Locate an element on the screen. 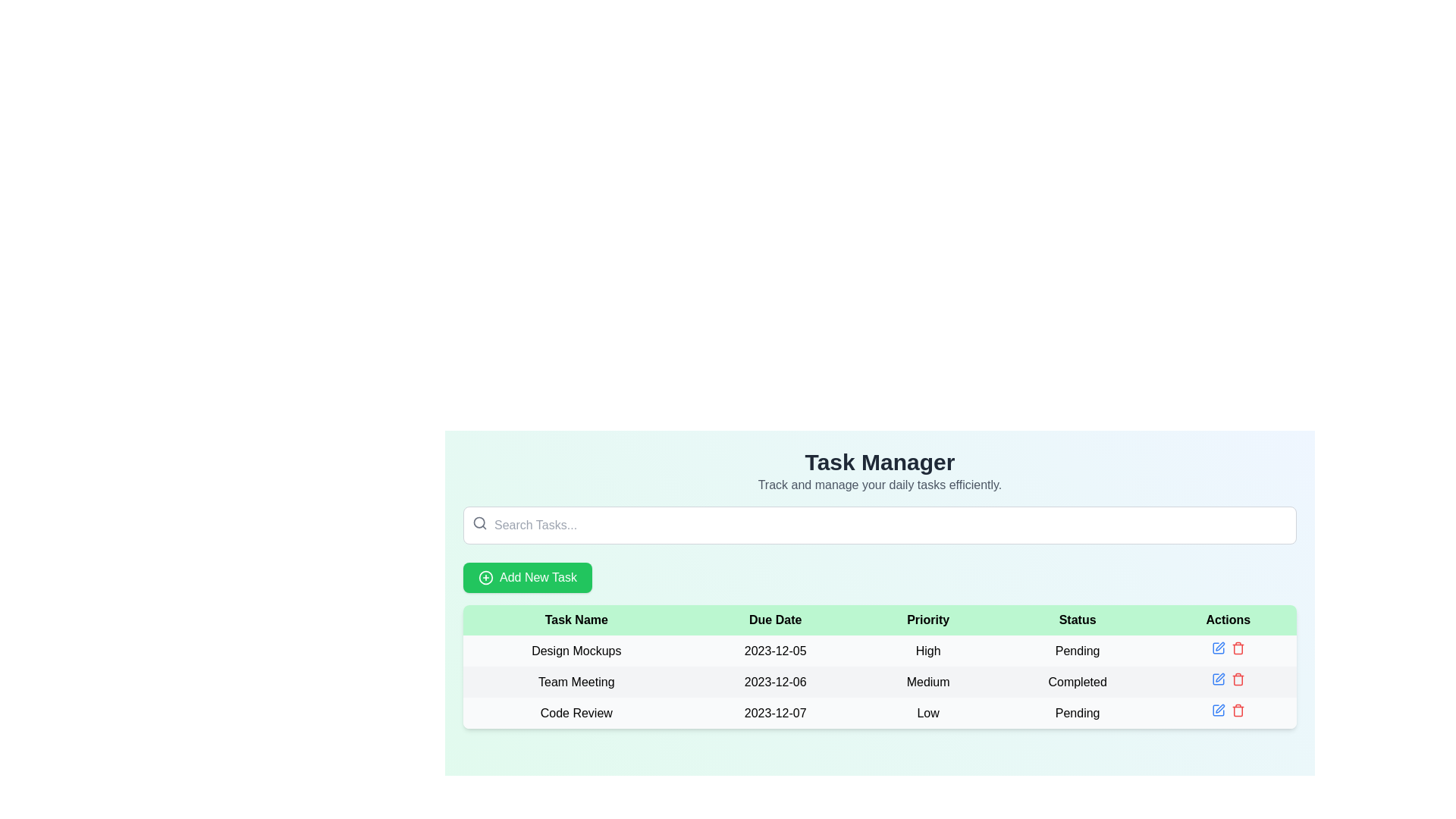 This screenshot has height=819, width=1456. the Table Header Cell with a green background and bold text saying 'Task Name', located in the top-left corner of the table header row is located at coordinates (576, 620).